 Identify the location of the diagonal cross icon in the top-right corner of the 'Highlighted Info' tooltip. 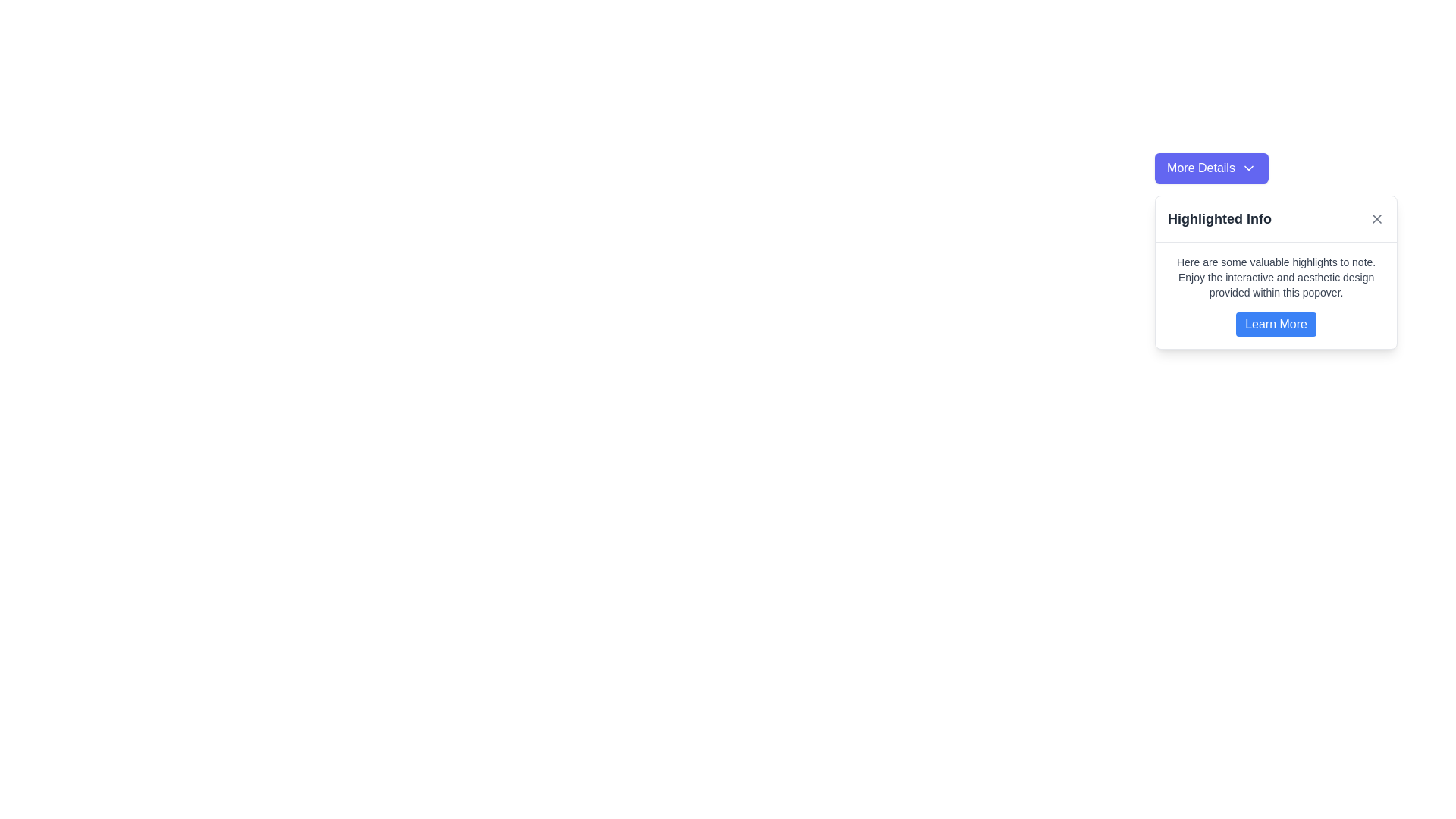
(1377, 219).